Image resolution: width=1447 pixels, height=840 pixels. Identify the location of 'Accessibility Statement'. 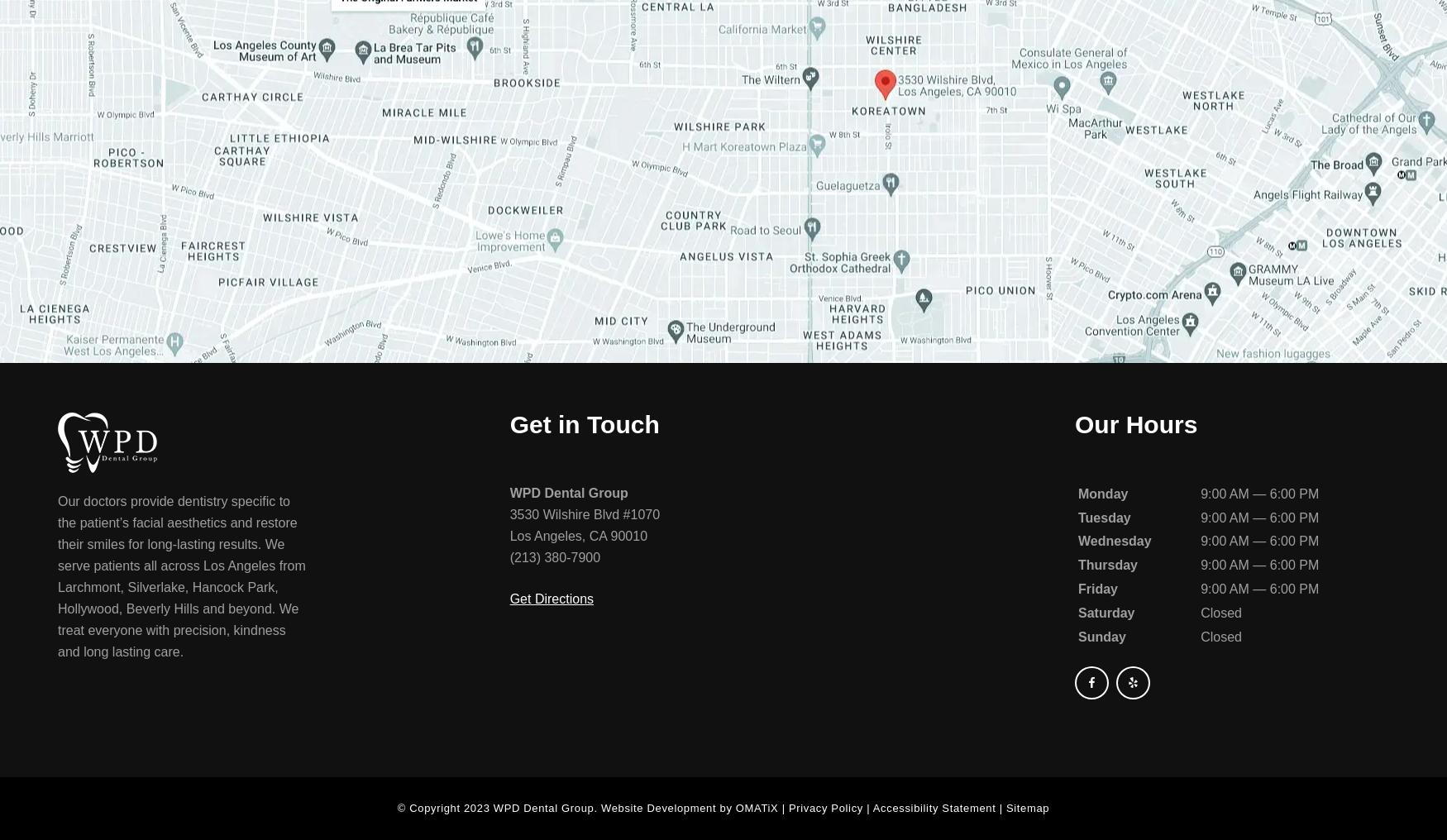
(933, 807).